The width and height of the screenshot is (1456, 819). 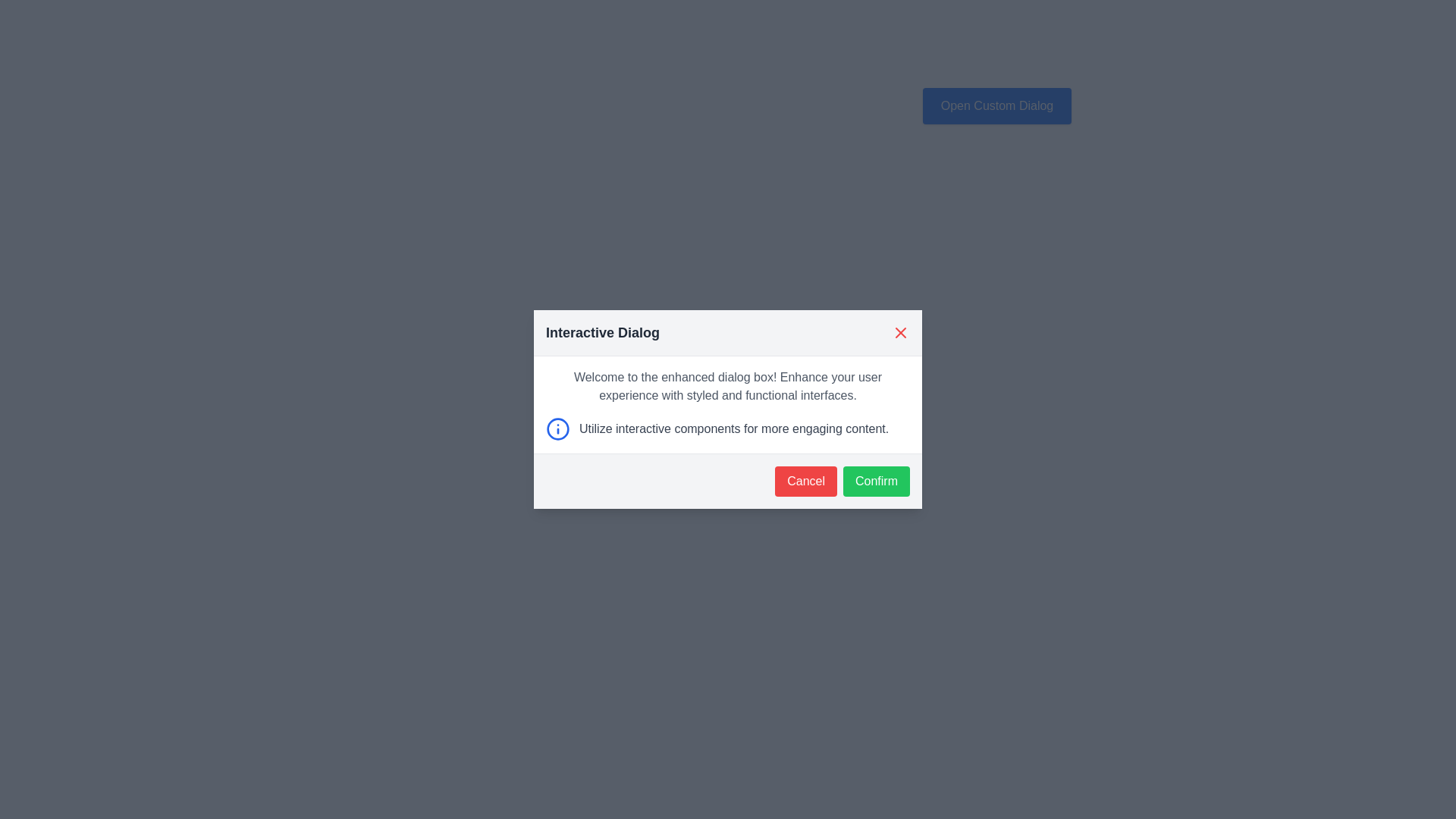 I want to click on the red-colored cross icon button located in the top-right corner of the 'Interactive Dialog' header, so click(x=901, y=332).